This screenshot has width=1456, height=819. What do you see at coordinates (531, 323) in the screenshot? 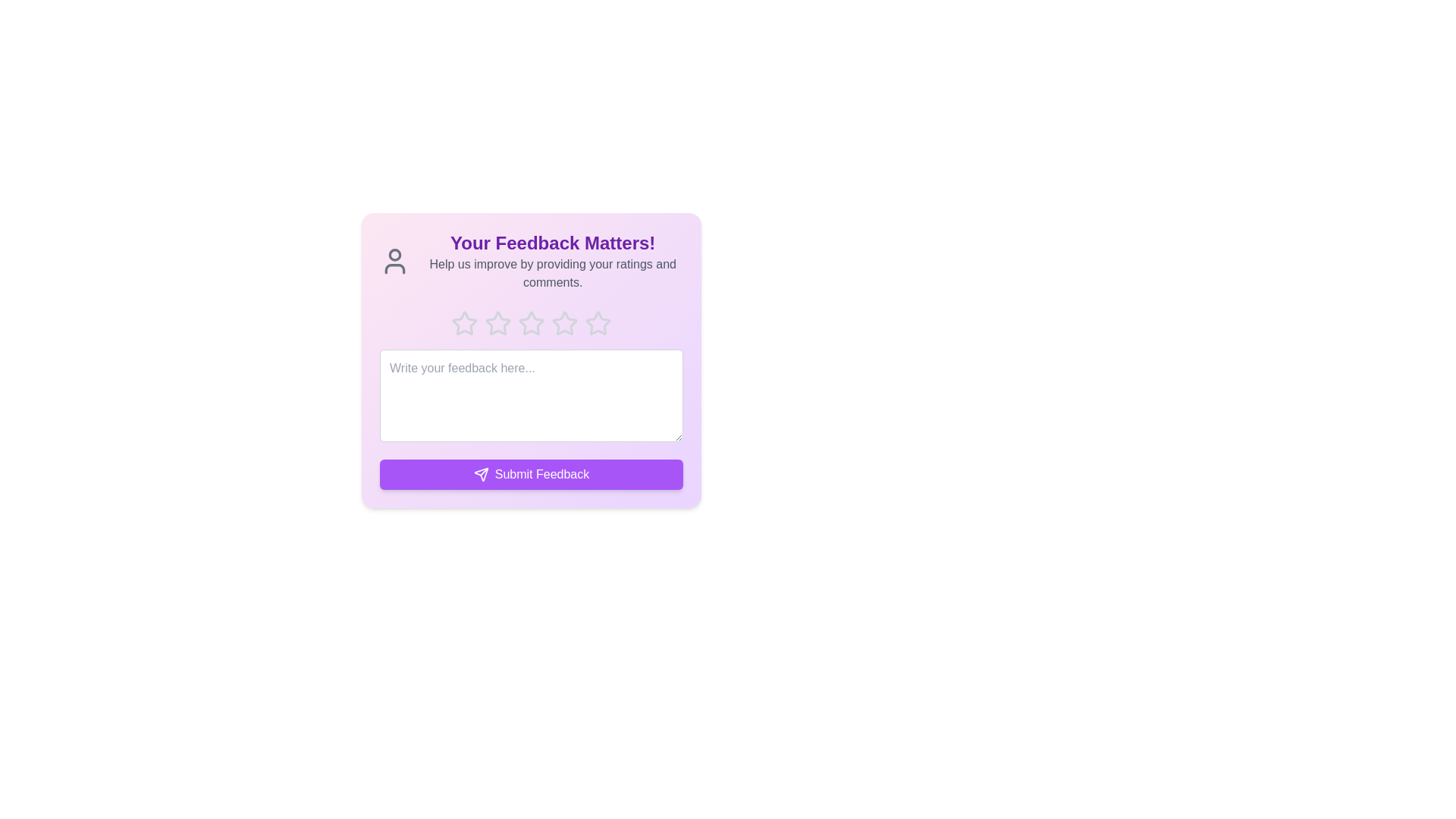
I see `the star corresponding to the desired rating 3` at bounding box center [531, 323].